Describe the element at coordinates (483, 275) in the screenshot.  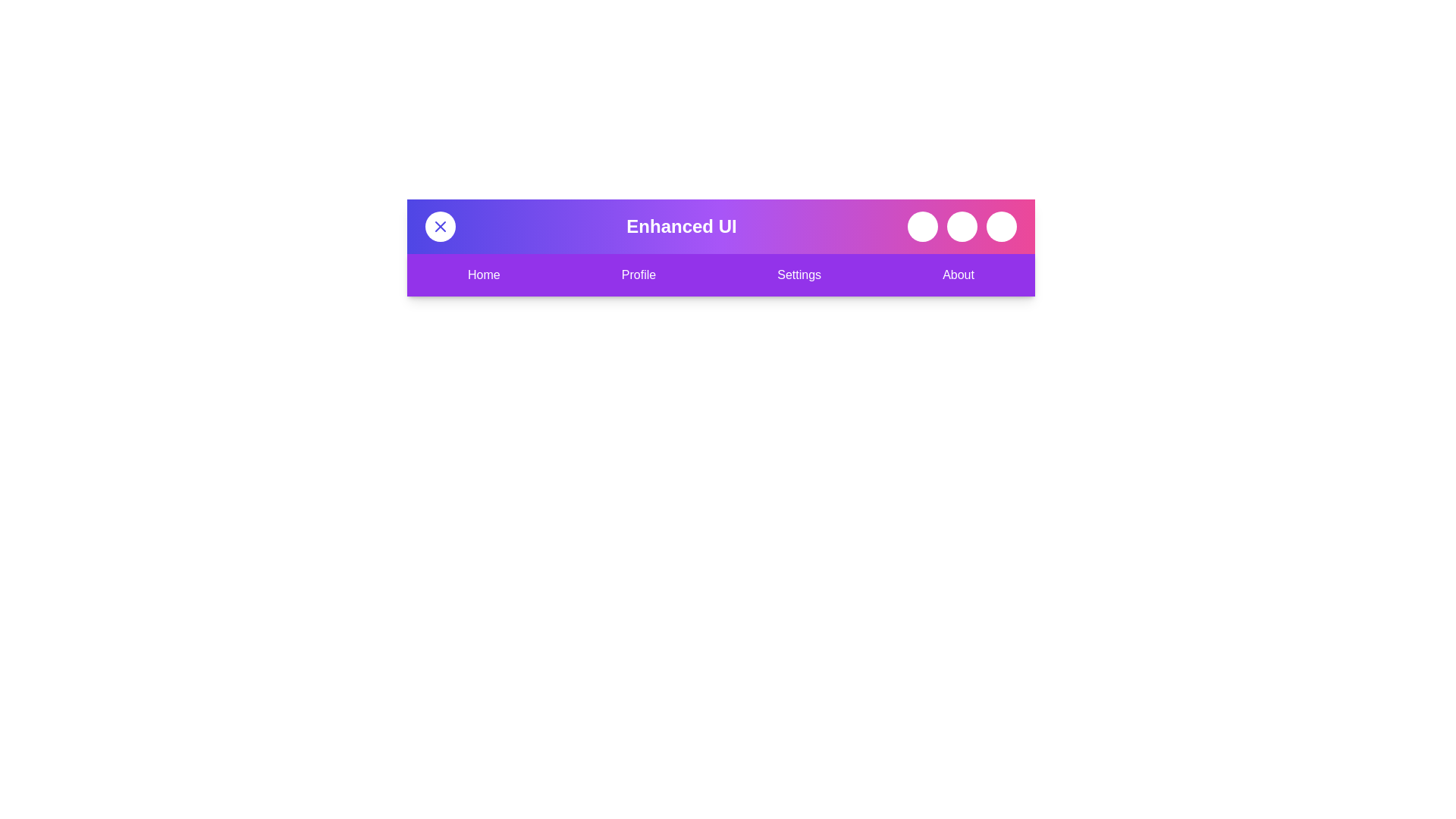
I see `the 'Home' button in the EnhancedAppBar to navigate to the Home section` at that location.